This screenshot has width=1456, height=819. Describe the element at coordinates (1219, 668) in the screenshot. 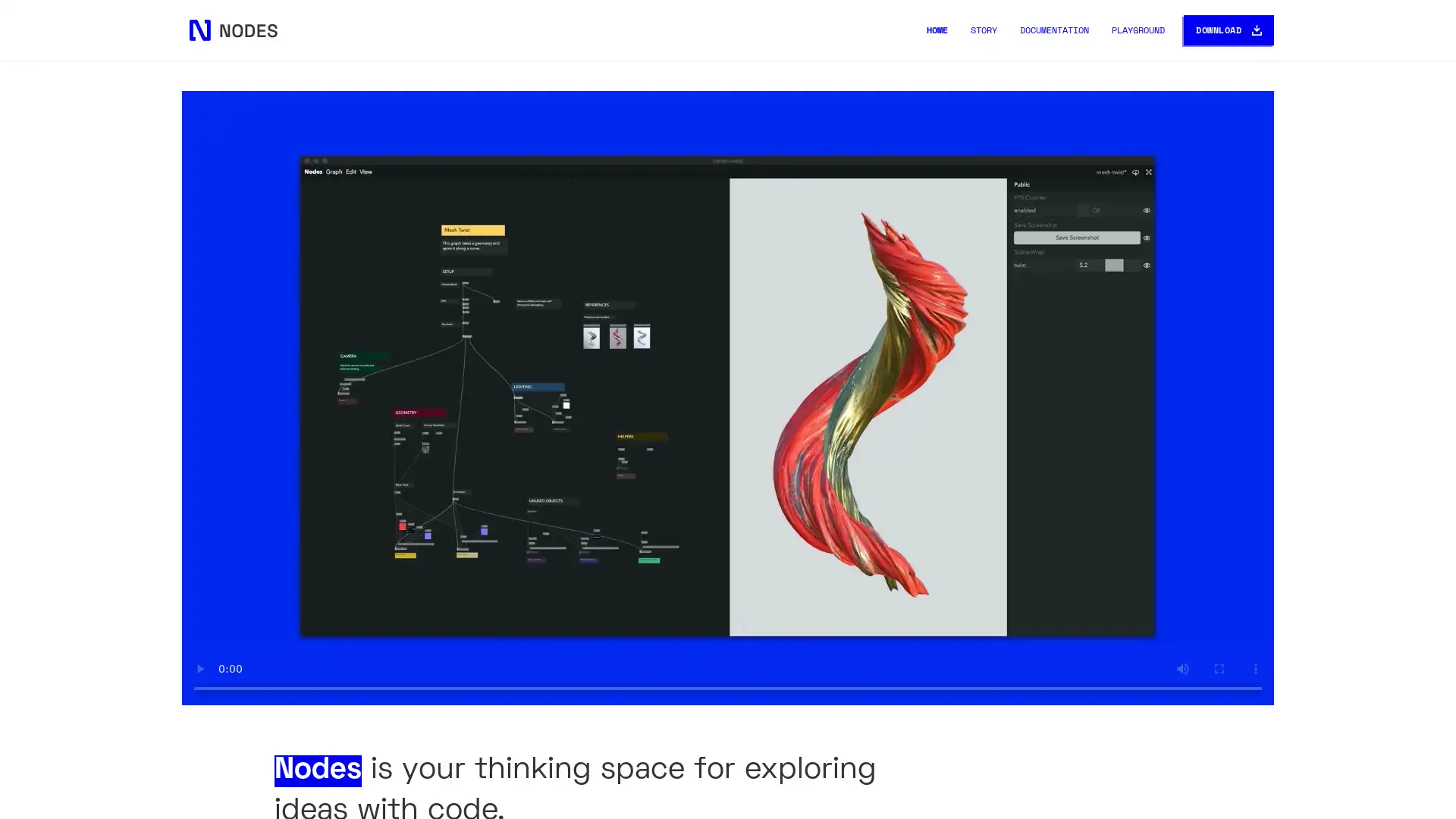

I see `enter full screen` at that location.